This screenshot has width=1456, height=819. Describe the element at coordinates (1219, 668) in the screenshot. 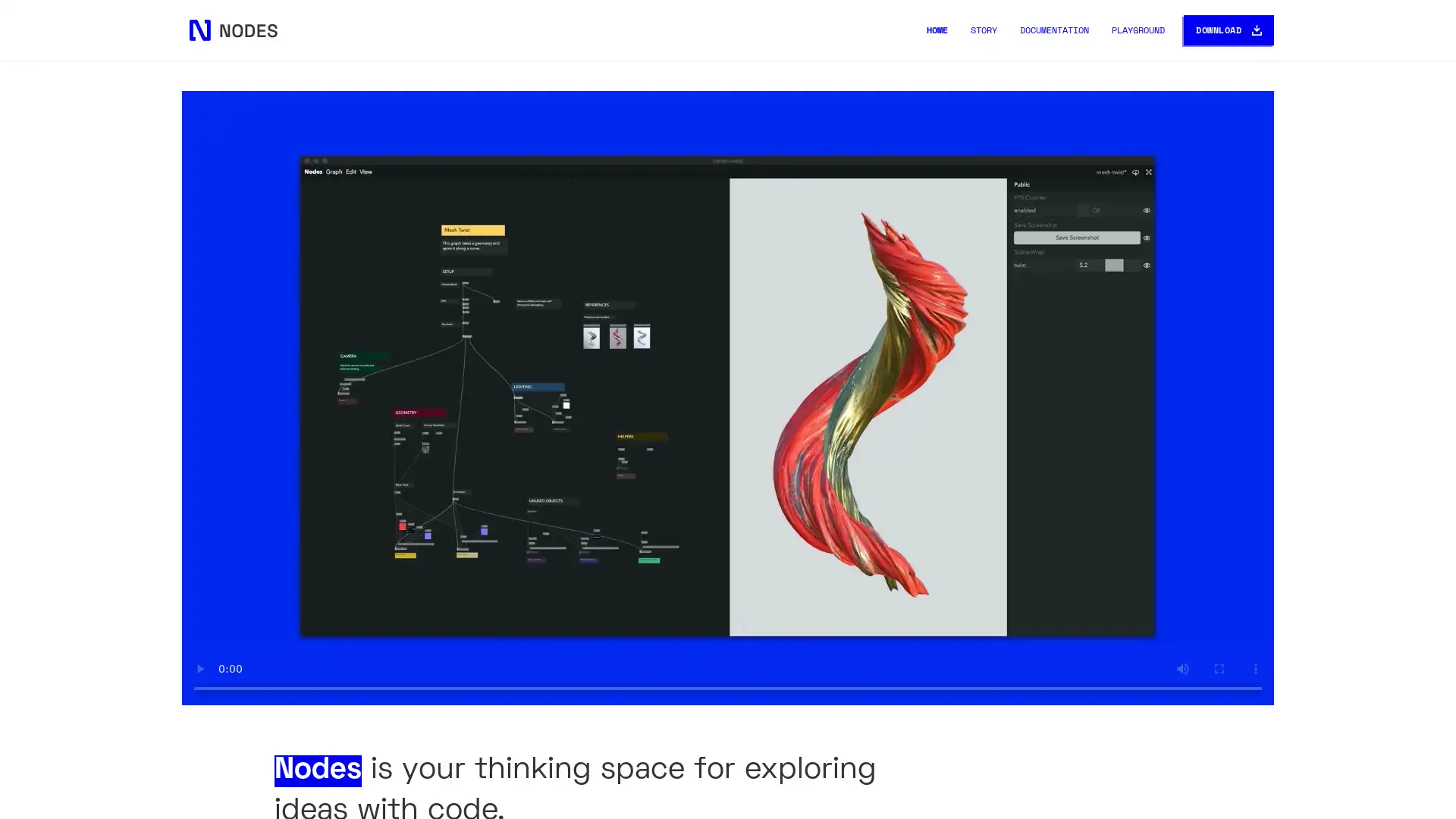

I see `enter full screen` at that location.